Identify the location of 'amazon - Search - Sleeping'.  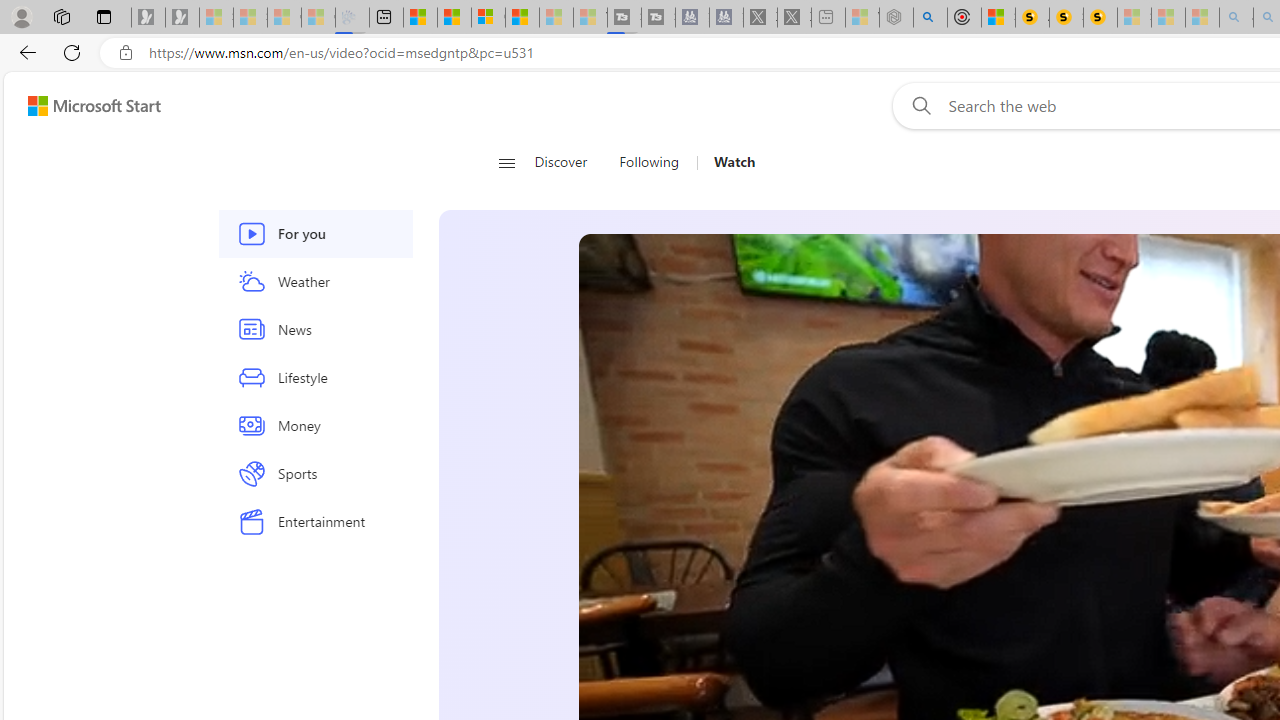
(1235, 17).